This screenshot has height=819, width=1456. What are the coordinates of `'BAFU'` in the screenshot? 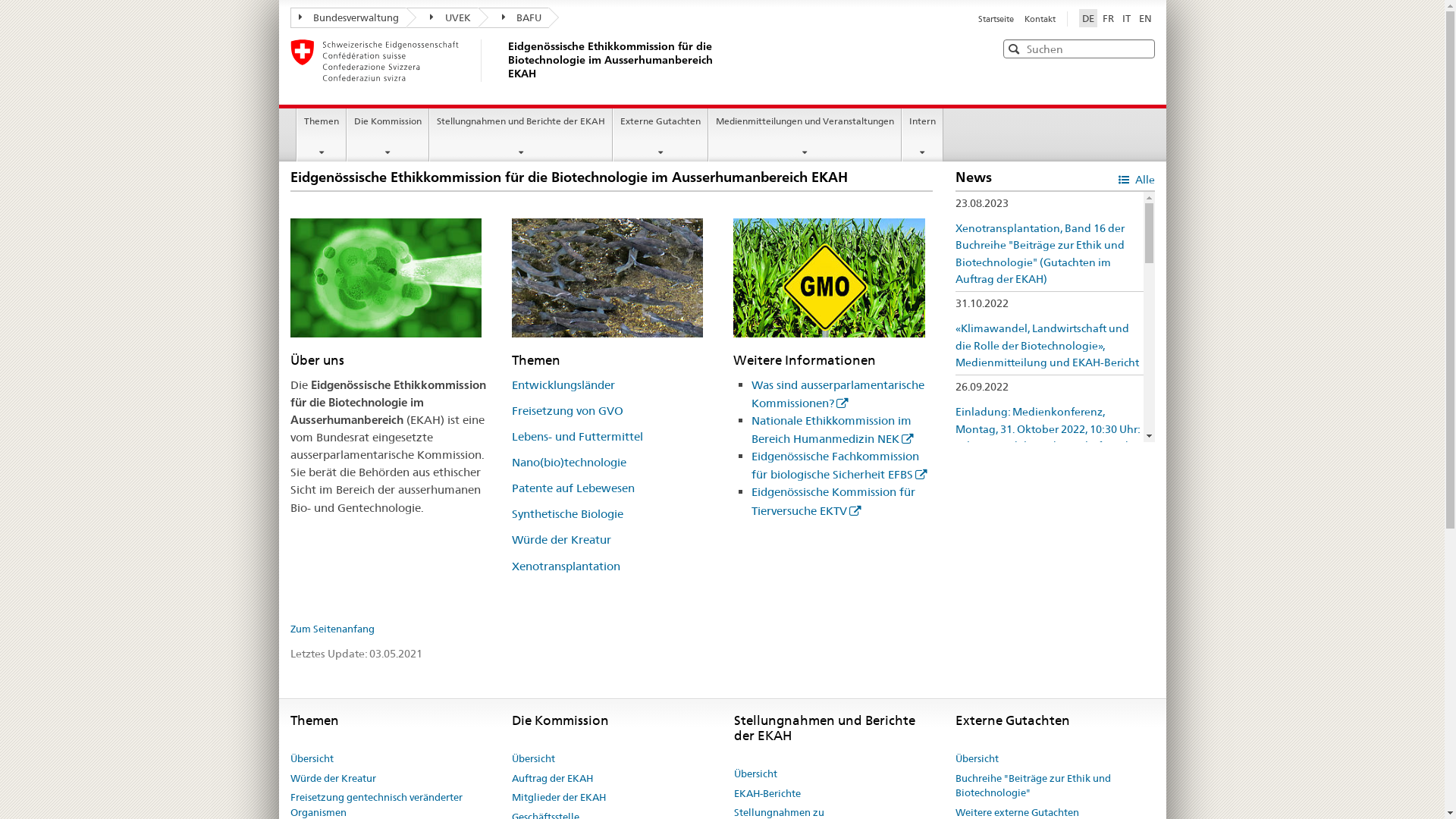 It's located at (513, 17).